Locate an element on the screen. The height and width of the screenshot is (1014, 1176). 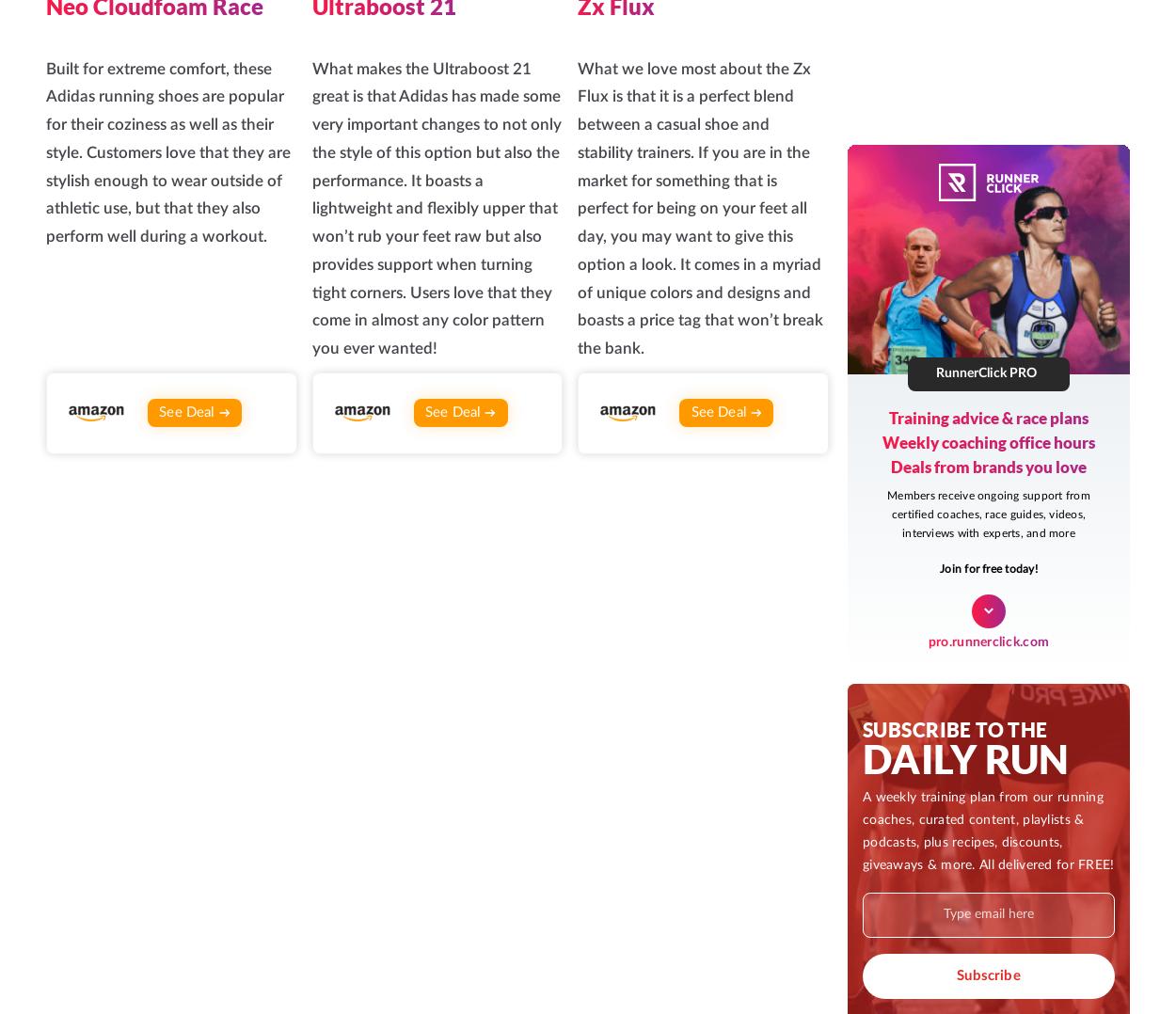
'Inside RunnerClick Pro, runners of all strengths come together to meet and support one another, get answers to burning questions, learn from experts, participate in personal challenges, and more.' is located at coordinates (437, 198).